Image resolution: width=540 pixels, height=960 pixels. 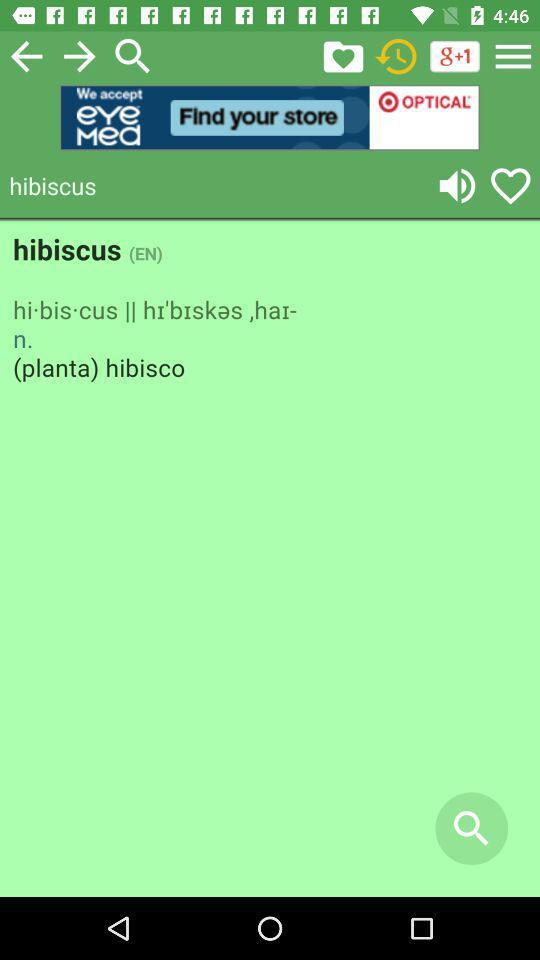 I want to click on screen page, so click(x=270, y=559).